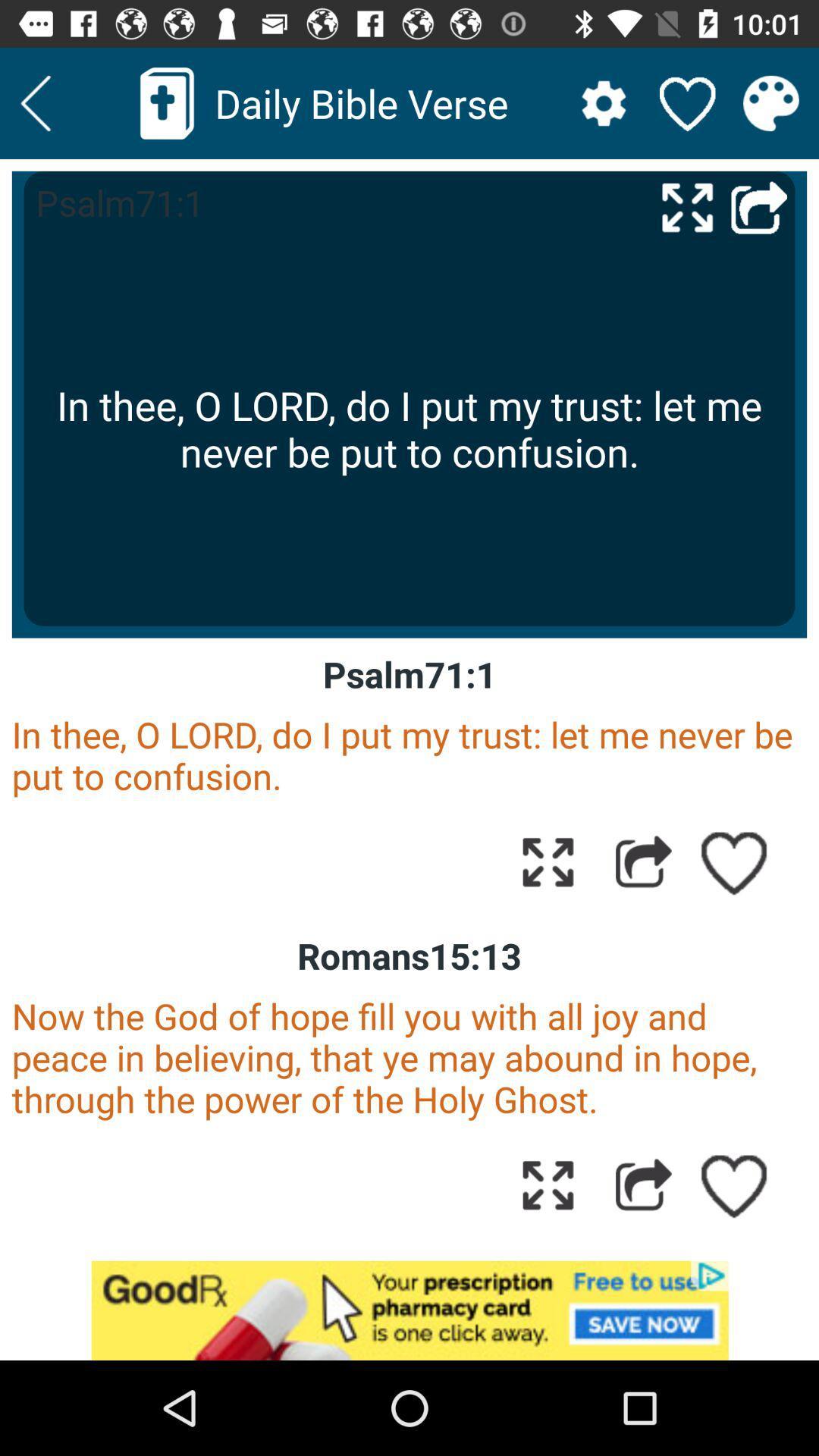  What do you see at coordinates (409, 1310) in the screenshot?
I see `advertisement page` at bounding box center [409, 1310].